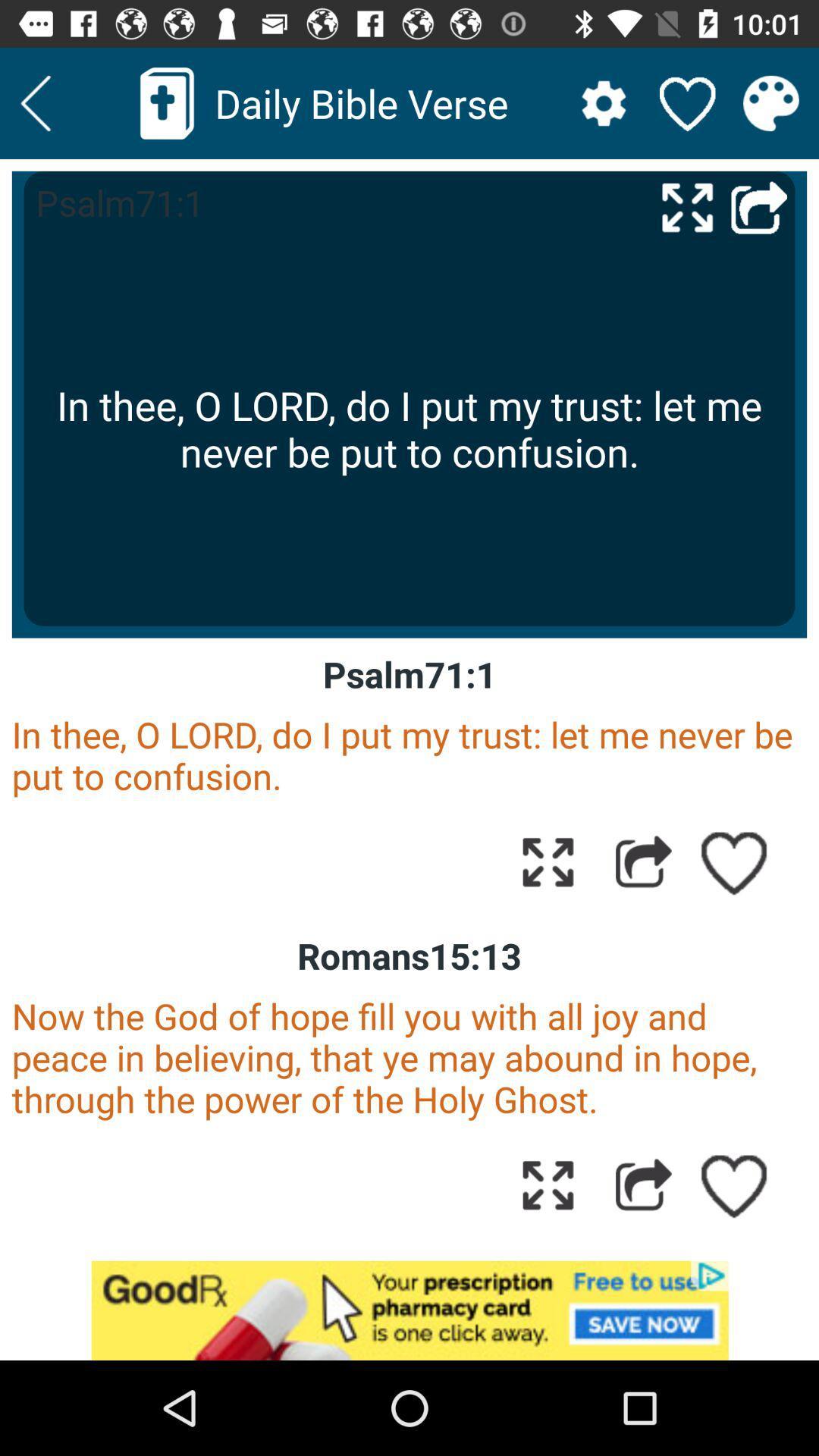  What do you see at coordinates (409, 1310) in the screenshot?
I see `advertisement page` at bounding box center [409, 1310].